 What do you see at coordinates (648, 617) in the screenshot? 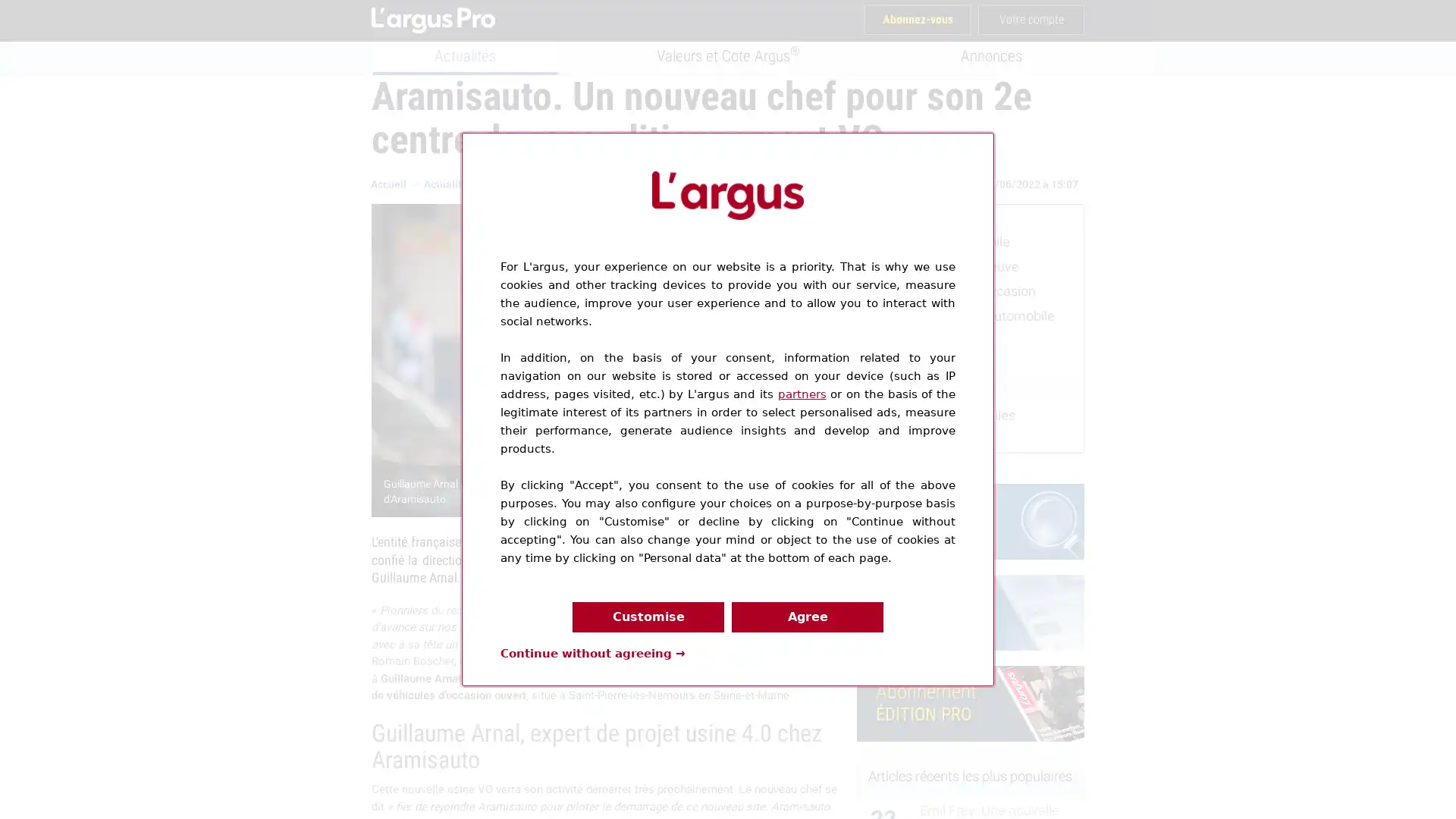
I see `Configure your consents` at bounding box center [648, 617].